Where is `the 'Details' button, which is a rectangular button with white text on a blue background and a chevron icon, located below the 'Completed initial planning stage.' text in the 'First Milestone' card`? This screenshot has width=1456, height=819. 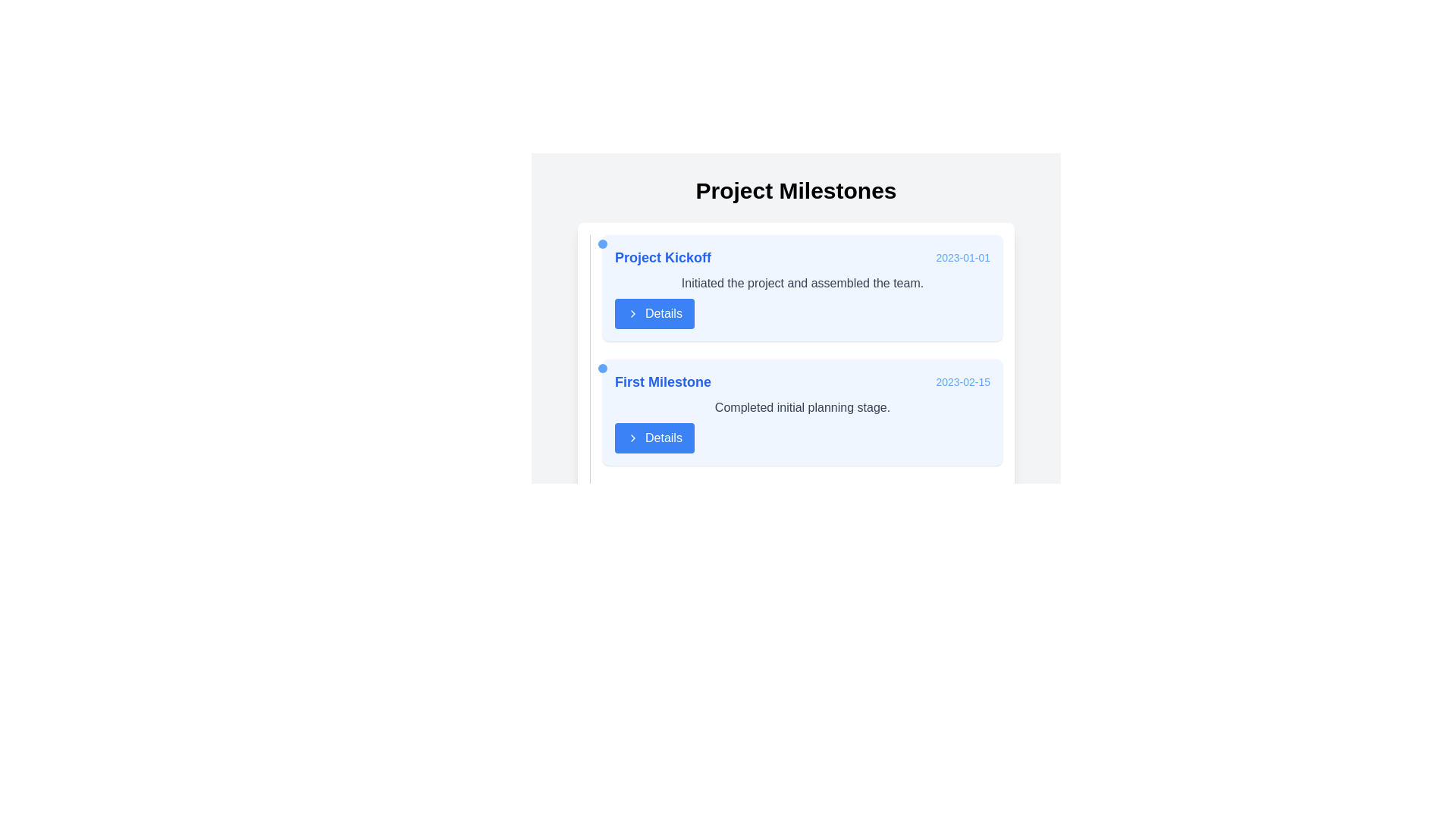
the 'Details' button, which is a rectangular button with white text on a blue background and a chevron icon, located below the 'Completed initial planning stage.' text in the 'First Milestone' card is located at coordinates (654, 438).